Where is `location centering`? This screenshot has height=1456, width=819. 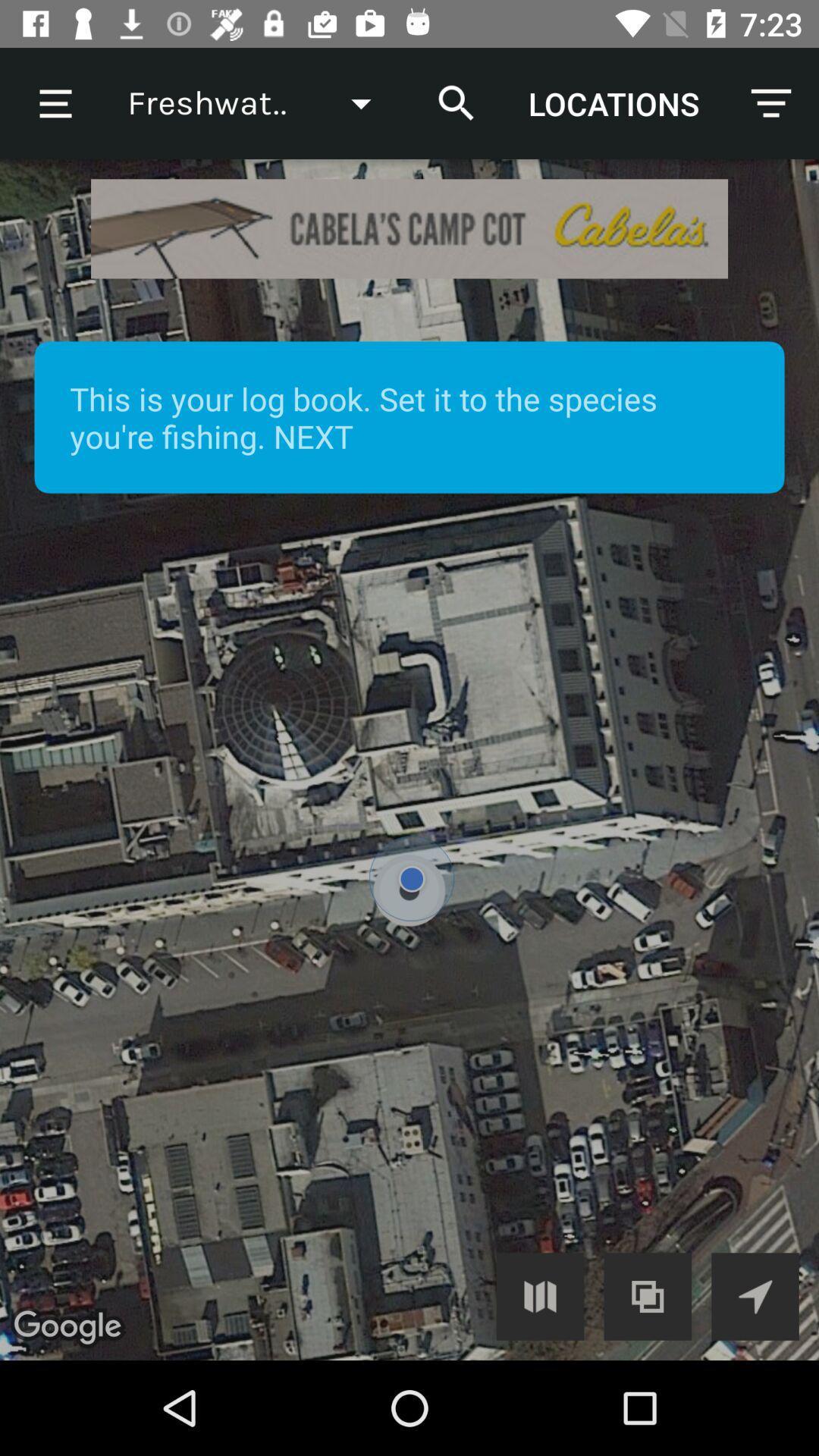 location centering is located at coordinates (755, 1295).